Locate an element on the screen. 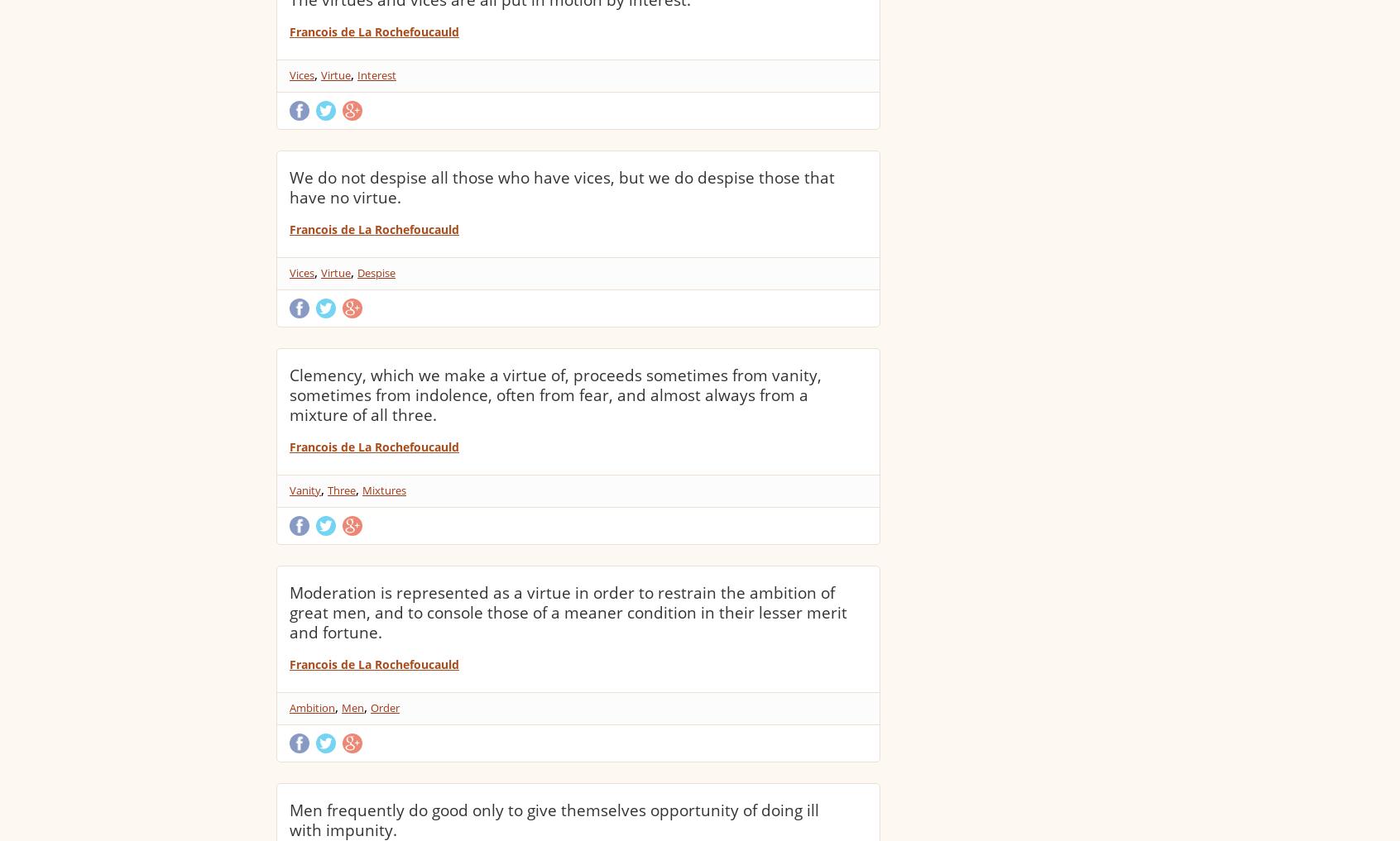  'Order' is located at coordinates (384, 708).